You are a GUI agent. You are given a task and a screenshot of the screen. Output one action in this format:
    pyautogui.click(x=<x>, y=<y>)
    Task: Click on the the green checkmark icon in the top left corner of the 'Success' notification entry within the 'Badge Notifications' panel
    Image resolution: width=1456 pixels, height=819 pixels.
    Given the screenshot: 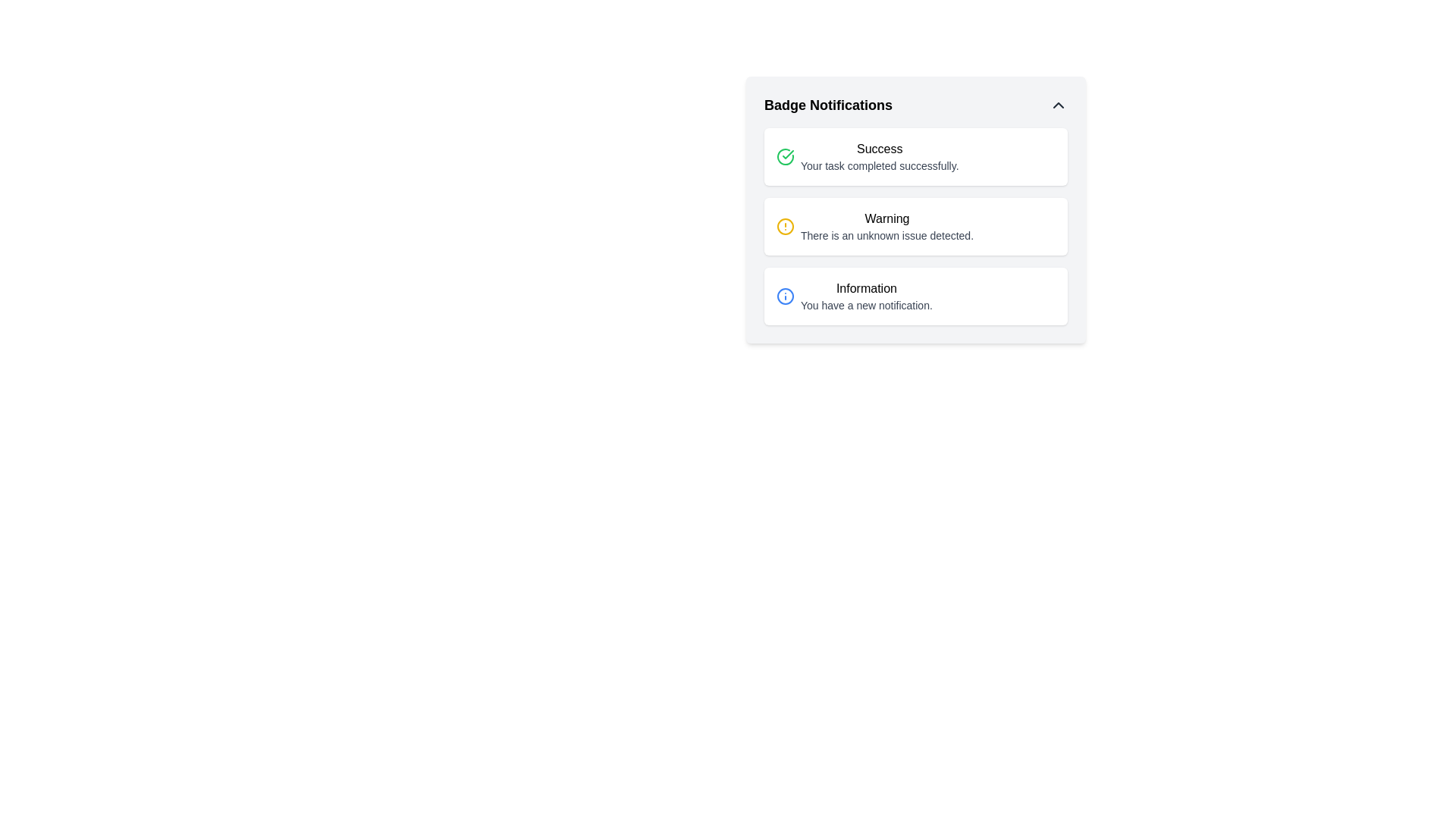 What is the action you would take?
    pyautogui.click(x=786, y=157)
    